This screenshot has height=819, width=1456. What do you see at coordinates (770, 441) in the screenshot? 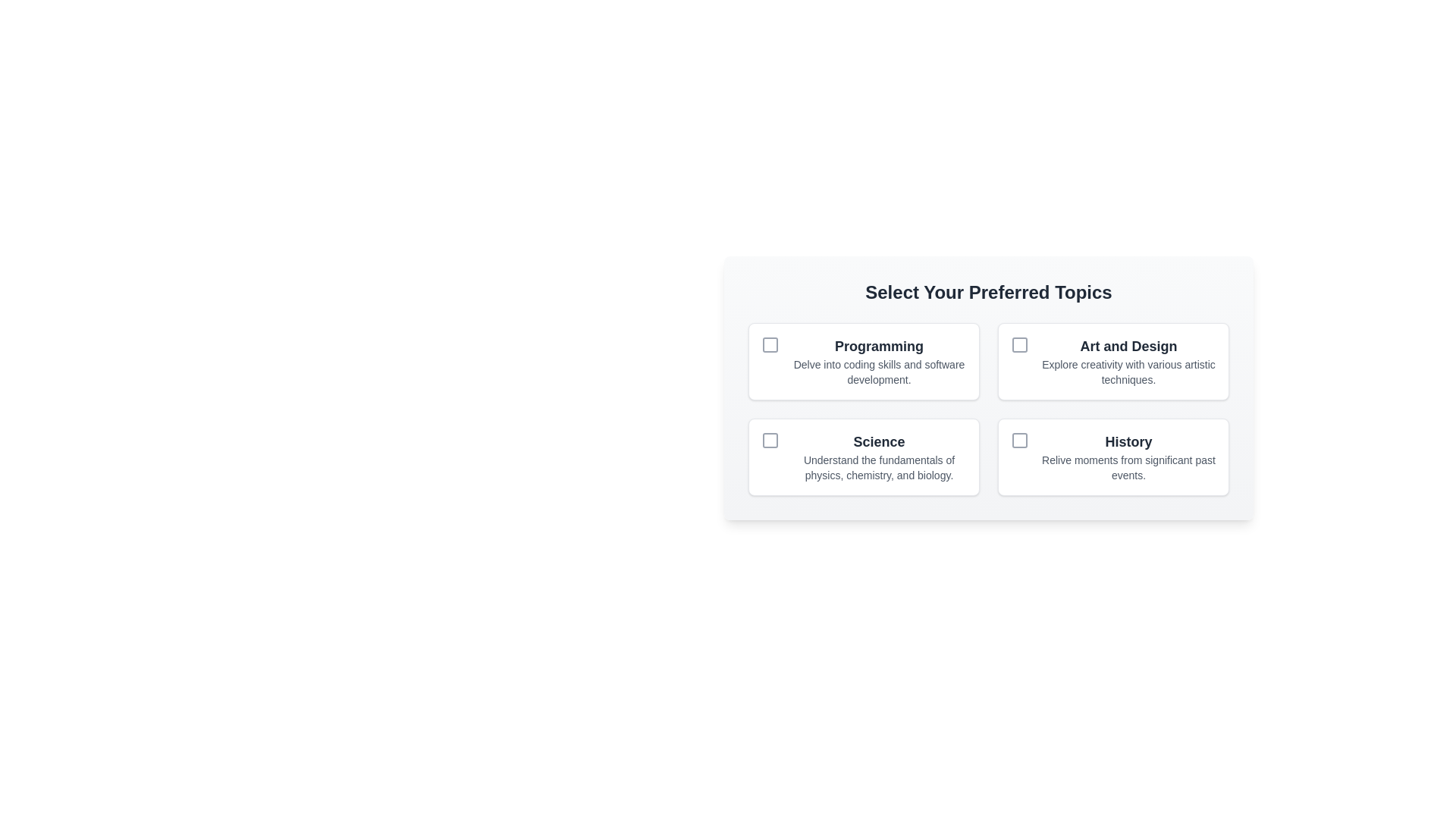
I see `the checkbox element for the 'Science' option, which is a small square with rounded corners and a gray border` at bounding box center [770, 441].